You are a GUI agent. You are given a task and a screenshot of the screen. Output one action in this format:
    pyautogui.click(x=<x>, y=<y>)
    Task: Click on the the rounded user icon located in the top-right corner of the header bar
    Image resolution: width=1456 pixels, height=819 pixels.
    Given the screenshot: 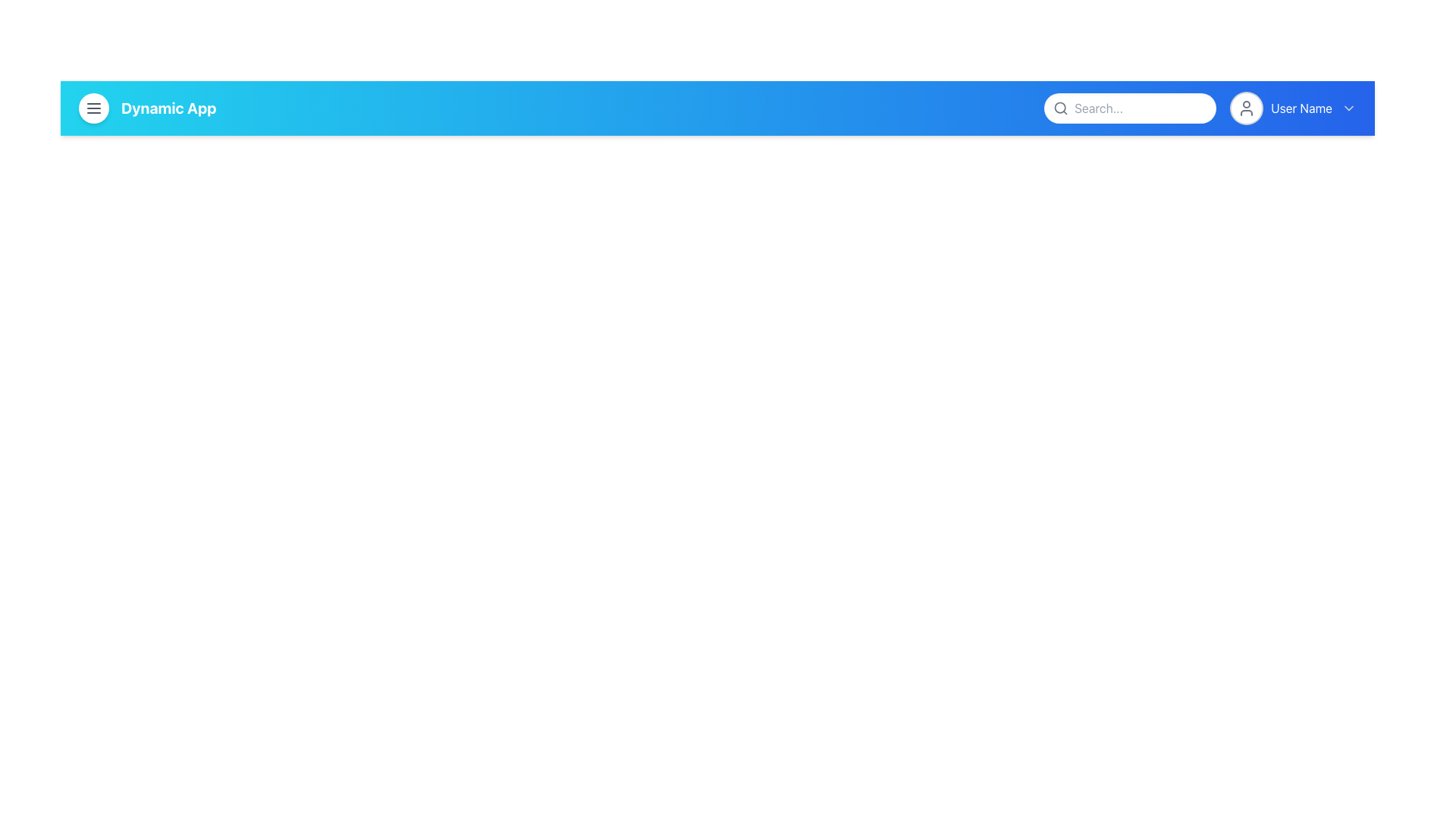 What is the action you would take?
    pyautogui.click(x=1247, y=107)
    